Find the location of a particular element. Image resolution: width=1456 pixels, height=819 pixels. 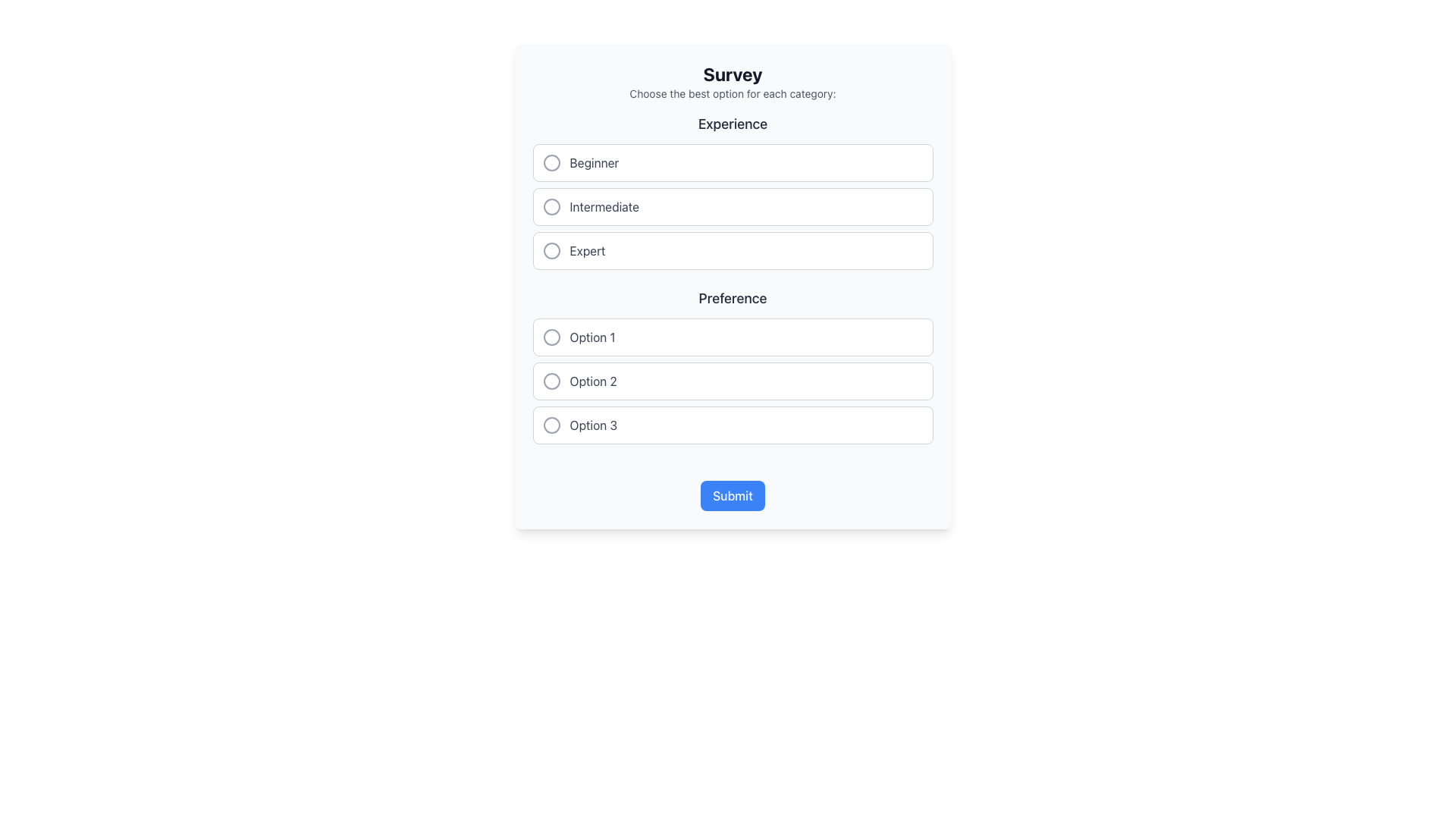

the selection indicator for the 'Intermediate' radio button is located at coordinates (551, 207).